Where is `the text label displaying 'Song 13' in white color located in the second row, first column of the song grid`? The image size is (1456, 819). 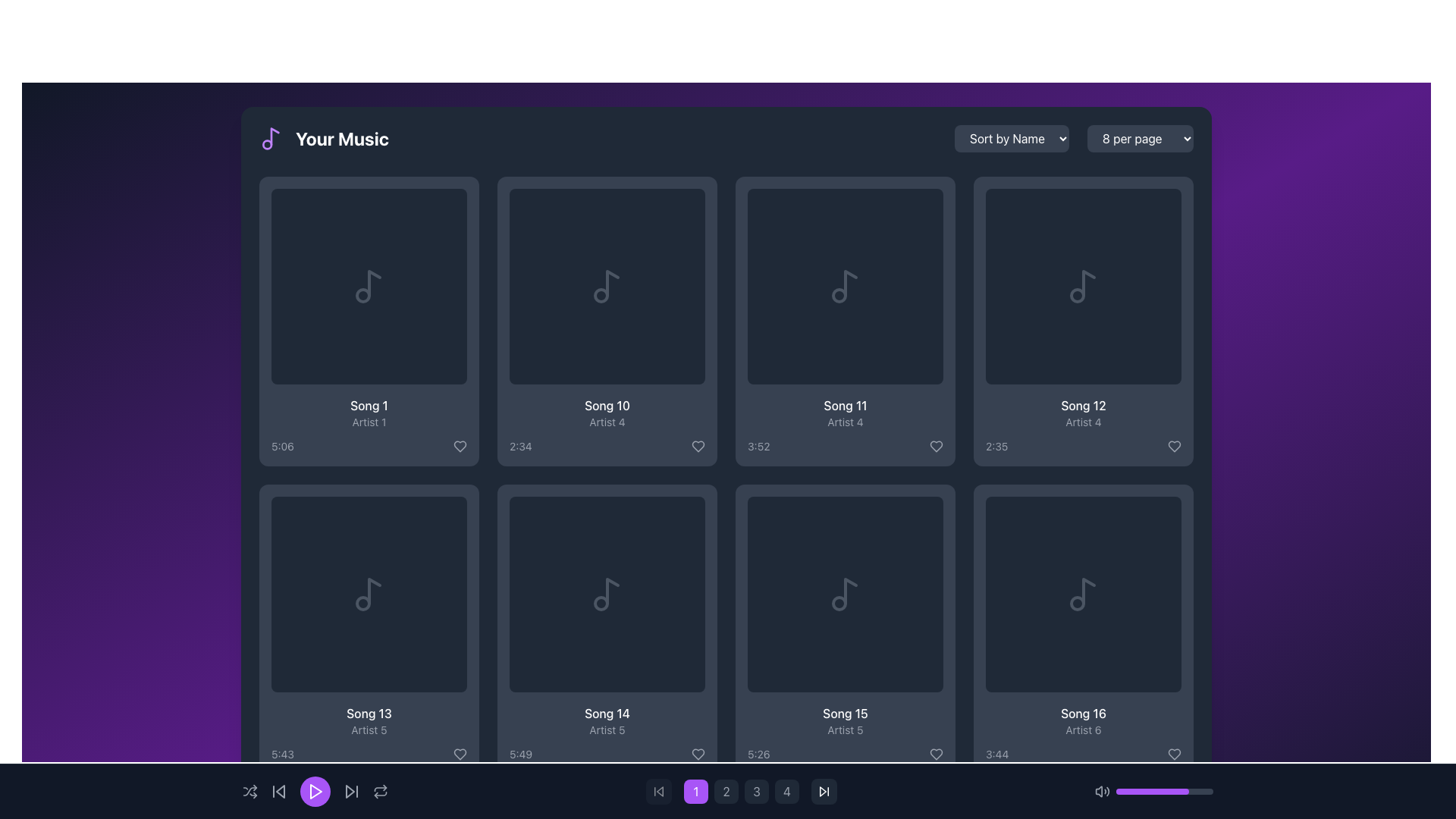 the text label displaying 'Song 13' in white color located in the second row, first column of the song grid is located at coordinates (369, 714).